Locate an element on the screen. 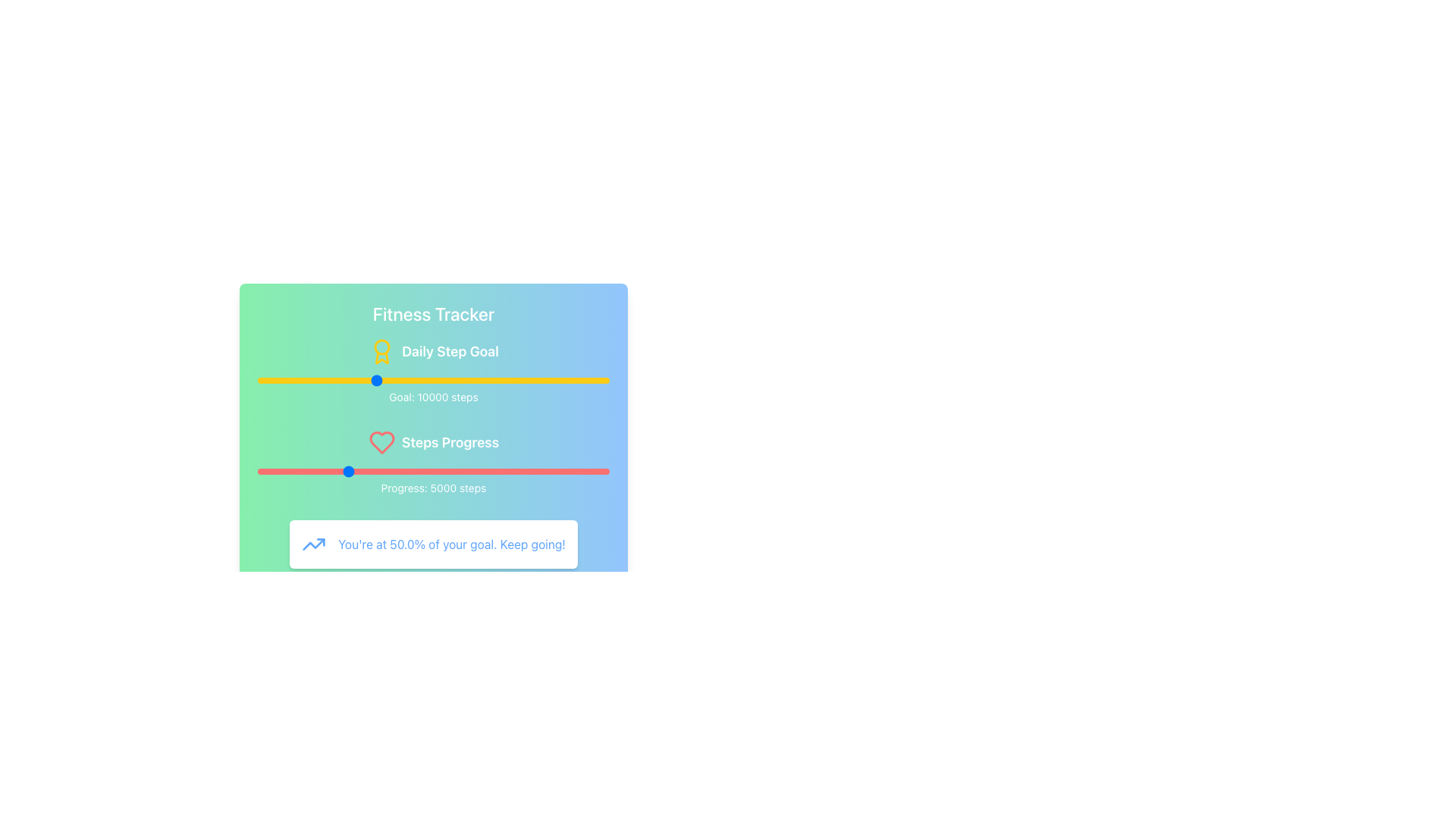 The image size is (1456, 819). the Static Text Label displaying the goal value of 10,000 steps, which is located below the yellow progress bar labeled 'Daily Step Goal' is located at coordinates (432, 397).